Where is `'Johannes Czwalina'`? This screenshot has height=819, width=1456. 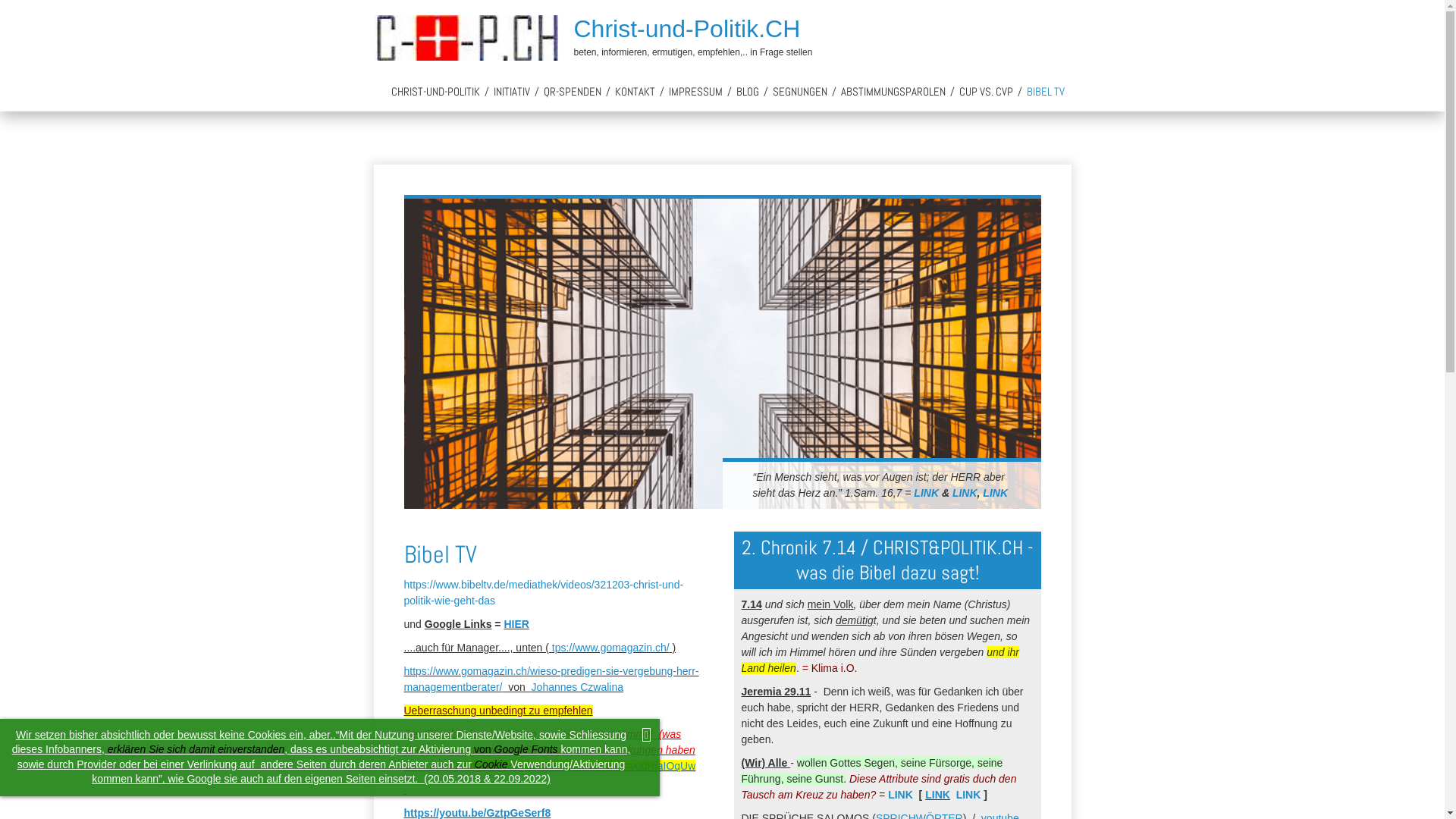 'Johannes Czwalina' is located at coordinates (576, 687).